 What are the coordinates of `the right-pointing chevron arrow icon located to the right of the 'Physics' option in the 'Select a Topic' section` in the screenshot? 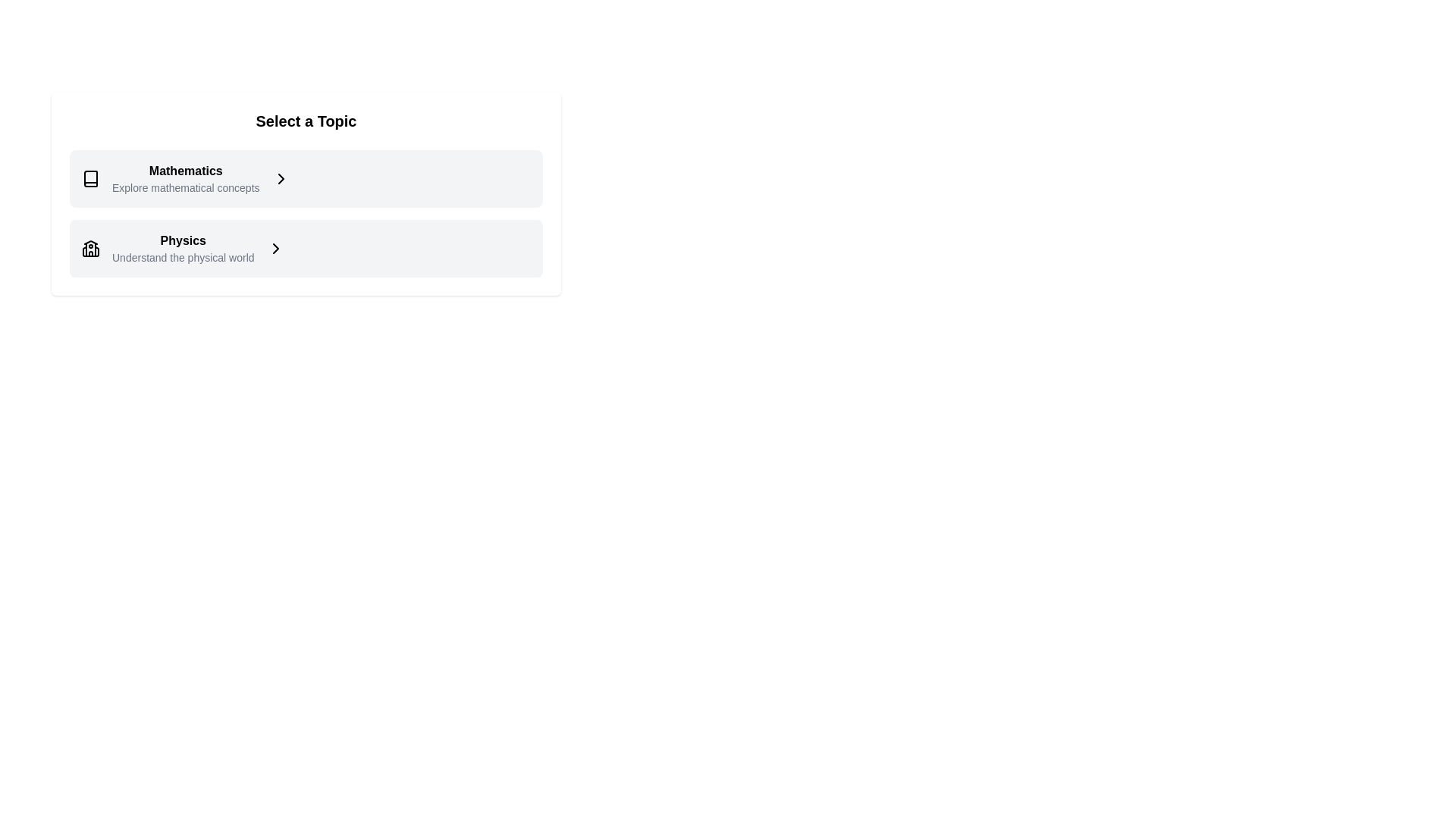 It's located at (275, 247).